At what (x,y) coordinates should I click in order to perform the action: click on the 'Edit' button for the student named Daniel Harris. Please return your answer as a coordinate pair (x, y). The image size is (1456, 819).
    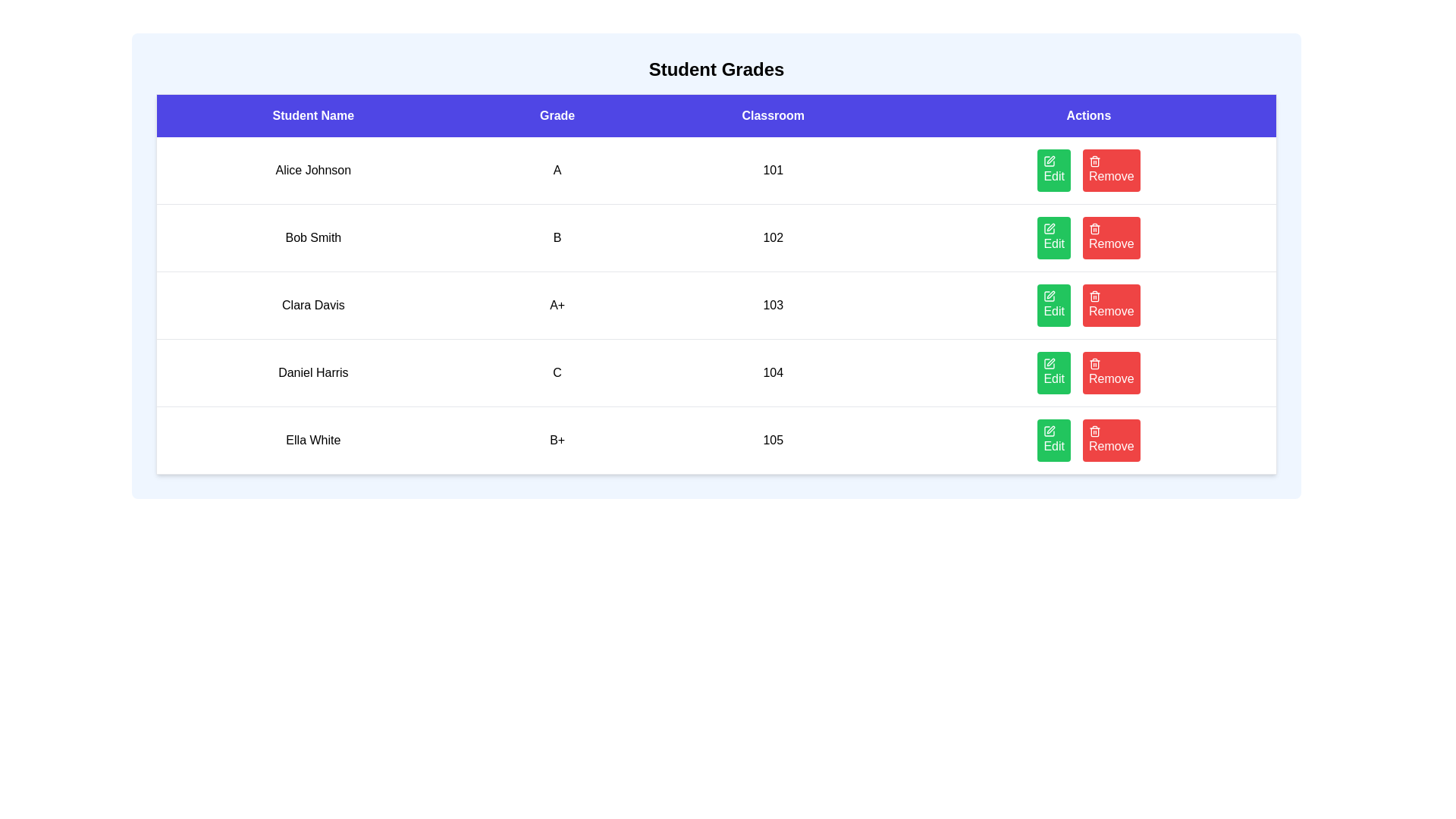
    Looking at the image, I should click on (1053, 373).